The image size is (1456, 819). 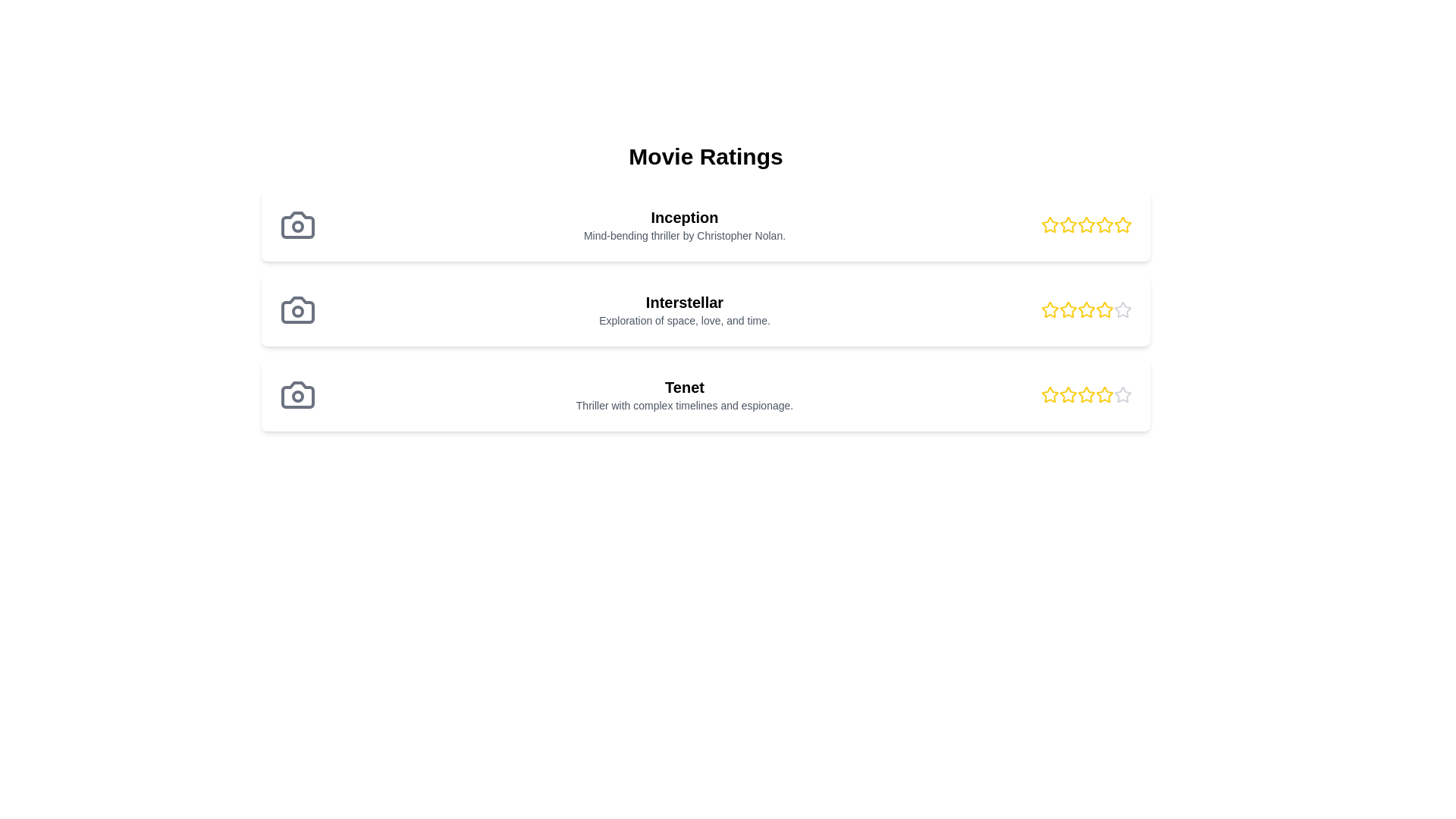 What do you see at coordinates (705, 157) in the screenshot?
I see `the text label displaying 'Movie Ratings' at the top of the movie descriptions section` at bounding box center [705, 157].